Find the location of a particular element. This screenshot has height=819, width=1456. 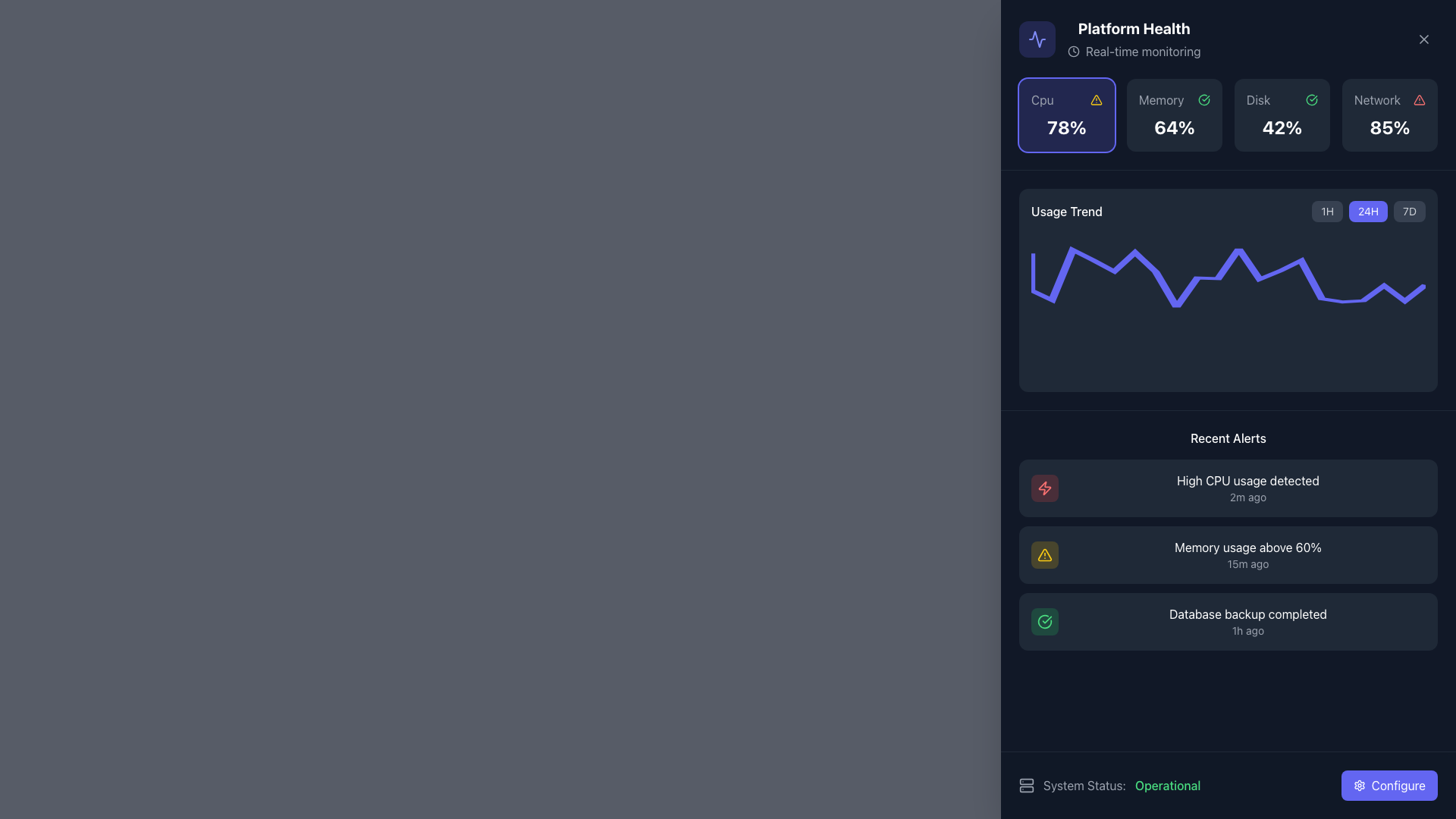

the circular icon with a green outline and a checkmark inside, located in the third item of the 'Recent Alerts' section, to the left of the text 'Database backup completed' is located at coordinates (1043, 622).